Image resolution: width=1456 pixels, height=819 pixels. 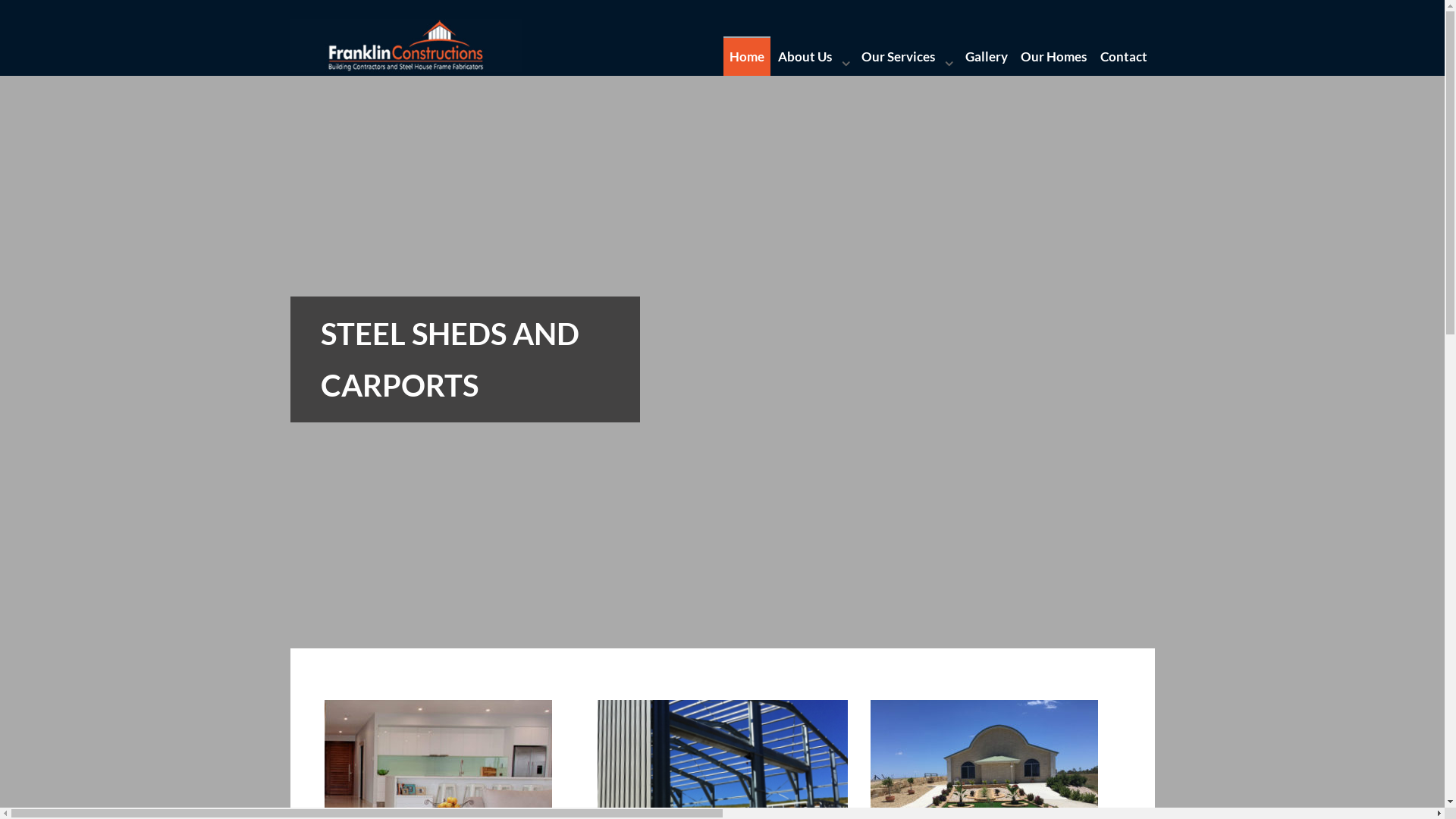 What do you see at coordinates (1053, 55) in the screenshot?
I see `'Our Homes'` at bounding box center [1053, 55].